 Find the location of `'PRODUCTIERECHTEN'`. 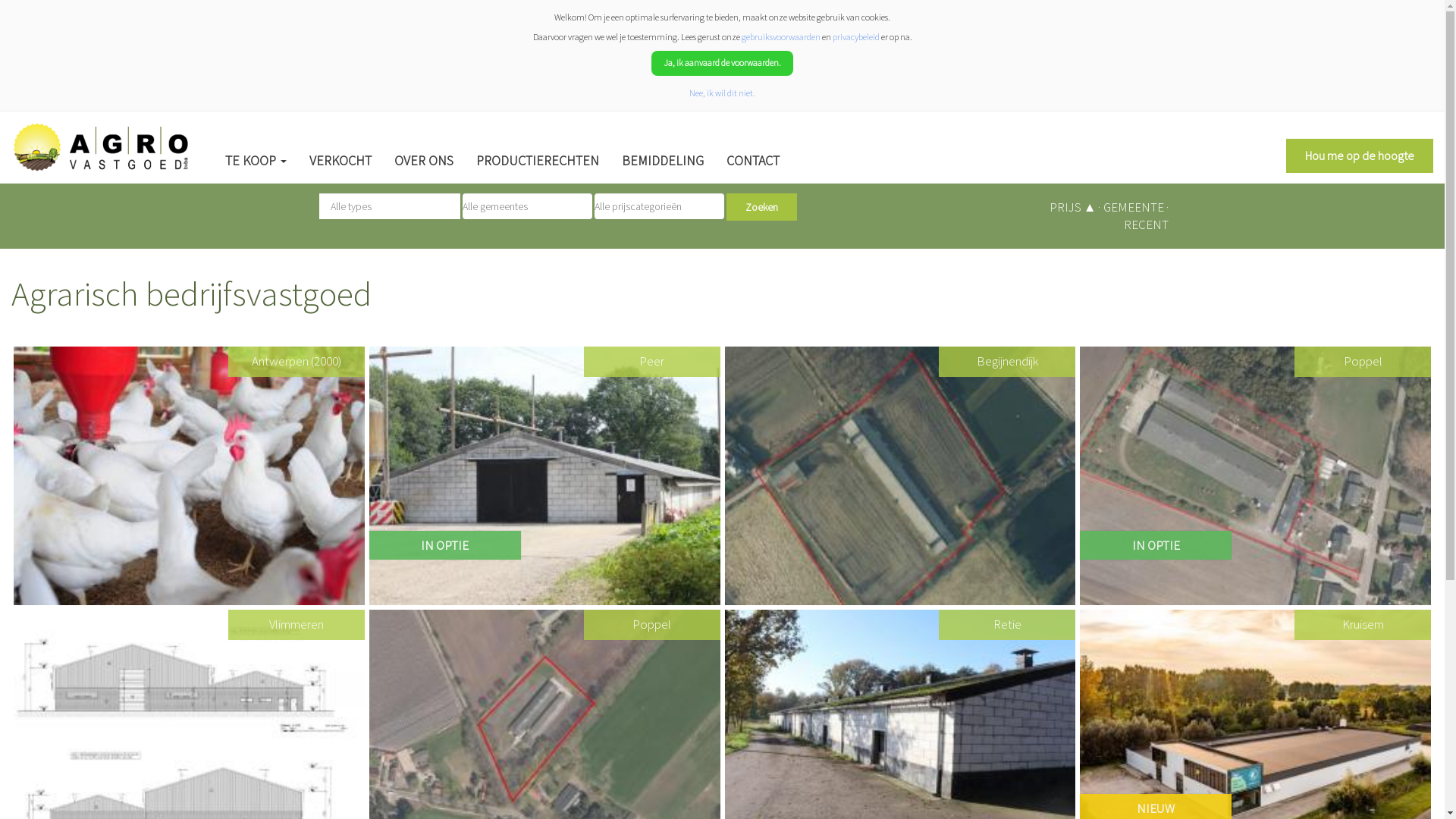

'PRODUCTIERECHTEN' is located at coordinates (464, 161).